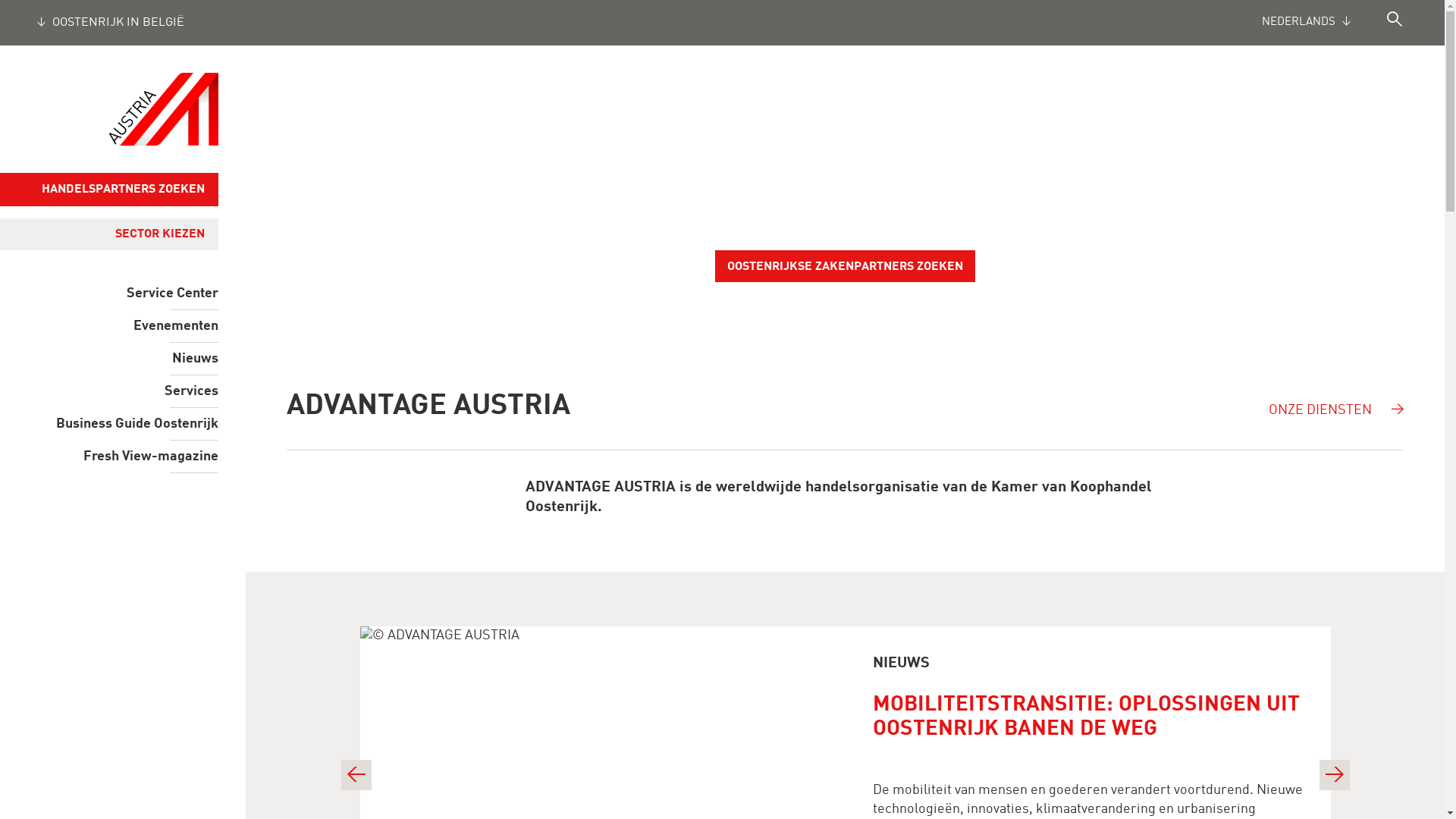 This screenshot has height=819, width=1456. I want to click on 'ONZE DIENSTEN', so click(1338, 399).